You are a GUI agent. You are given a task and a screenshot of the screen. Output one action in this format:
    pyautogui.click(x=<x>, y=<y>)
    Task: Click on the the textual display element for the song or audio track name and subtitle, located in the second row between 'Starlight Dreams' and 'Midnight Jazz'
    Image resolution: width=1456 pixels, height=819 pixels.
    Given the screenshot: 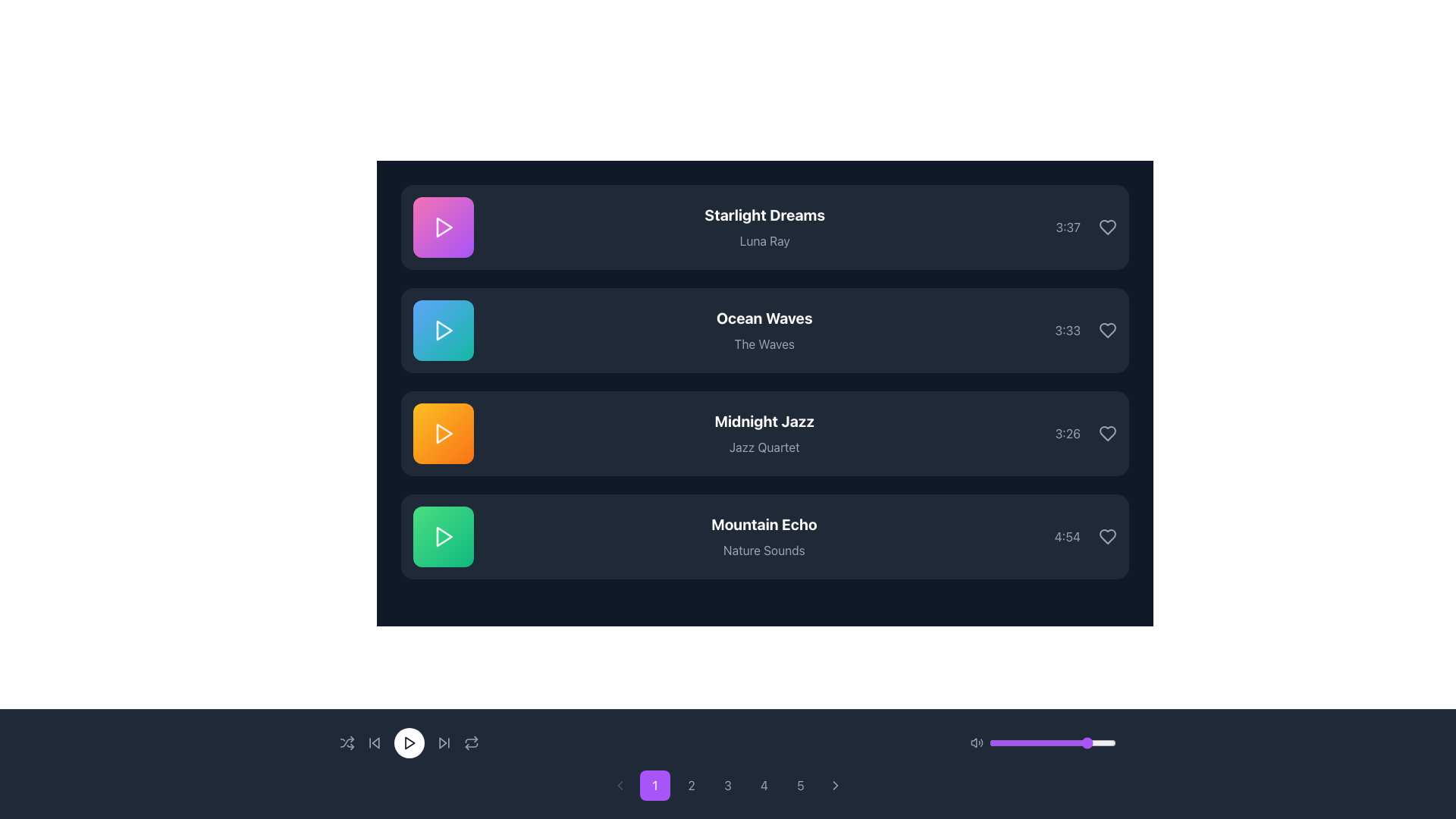 What is the action you would take?
    pyautogui.click(x=764, y=329)
    